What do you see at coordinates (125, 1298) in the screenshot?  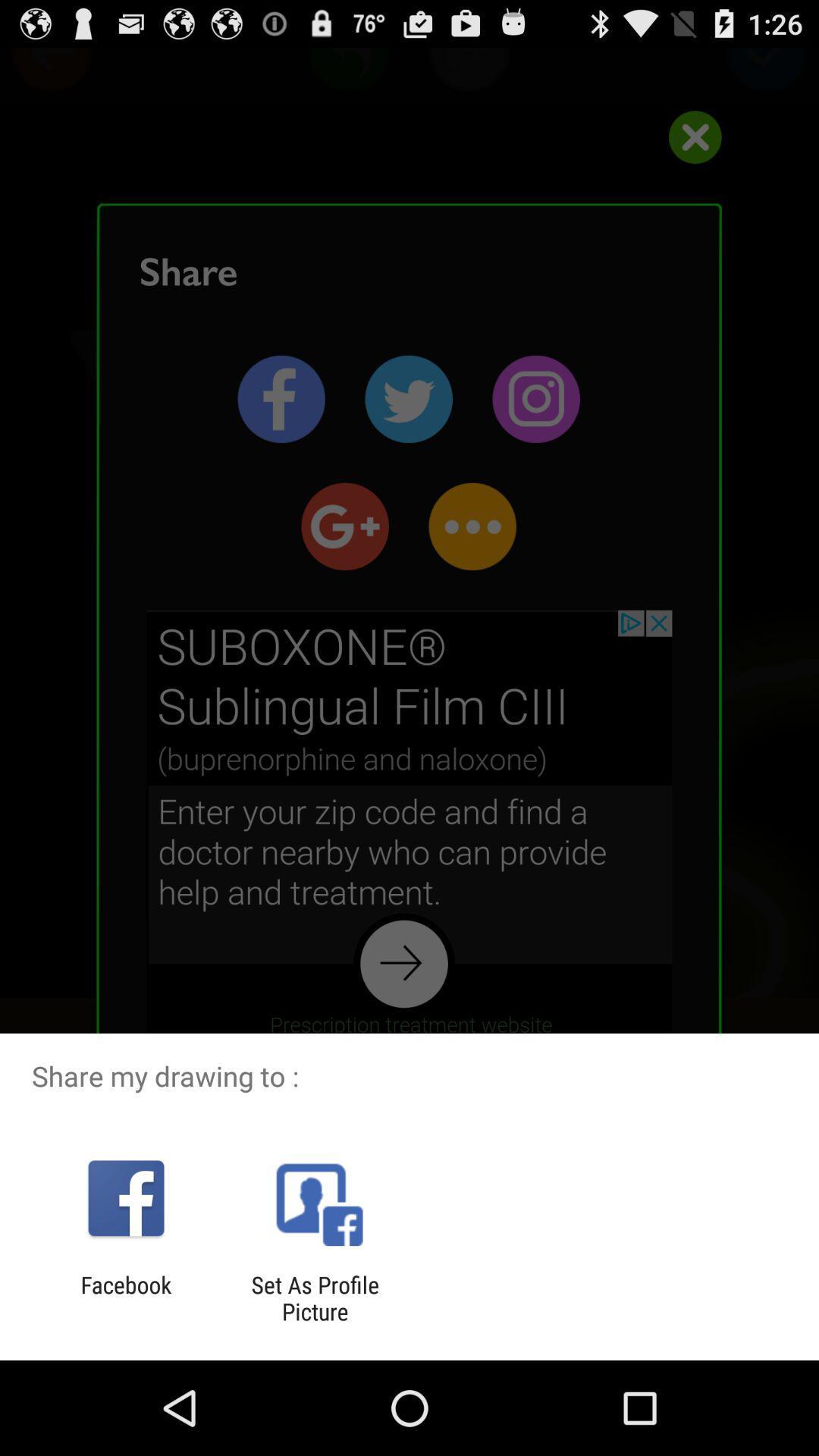 I see `the icon next to the set as profile icon` at bounding box center [125, 1298].